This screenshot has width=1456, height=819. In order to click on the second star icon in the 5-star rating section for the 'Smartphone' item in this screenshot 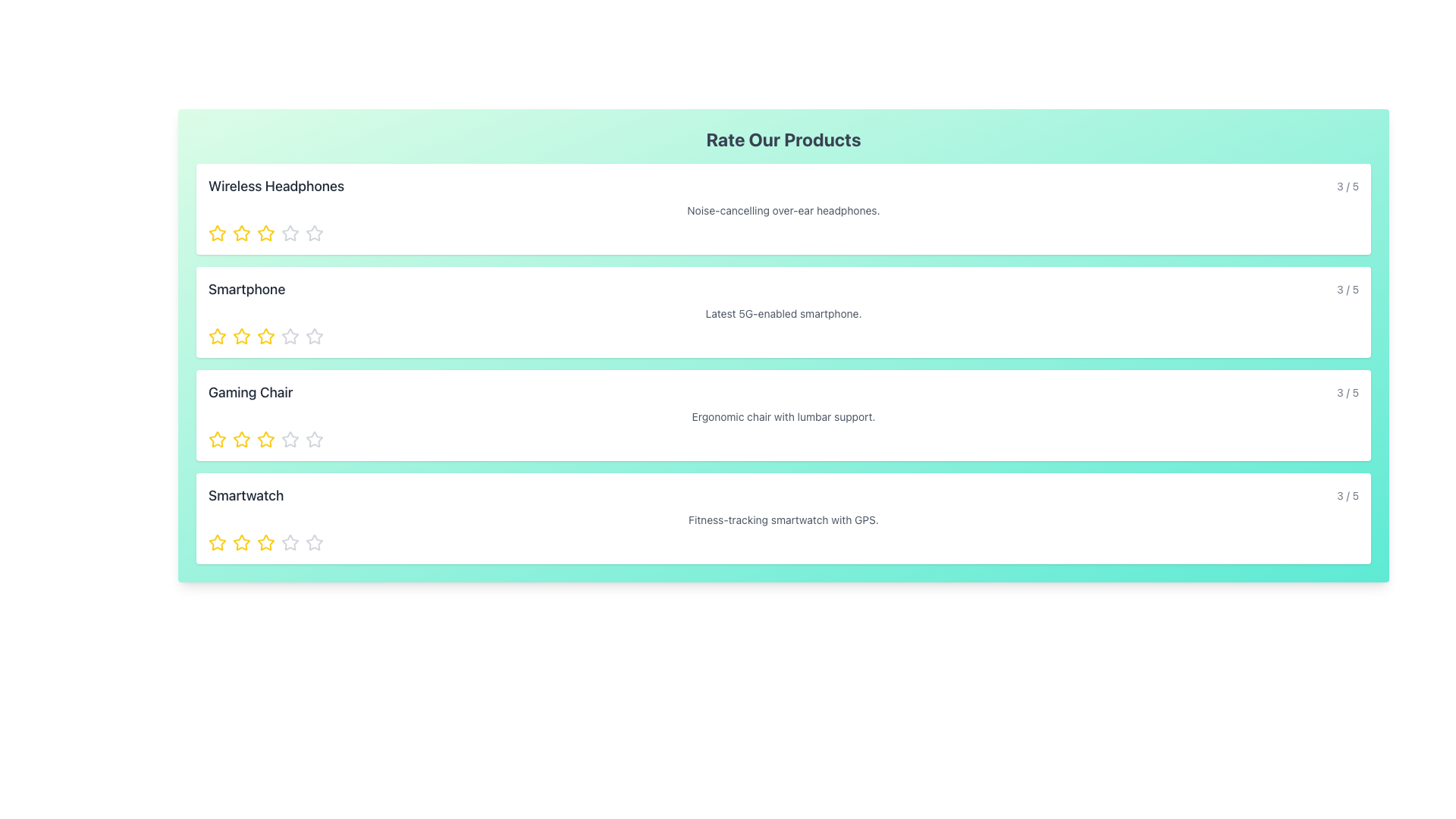, I will do `click(265, 335)`.